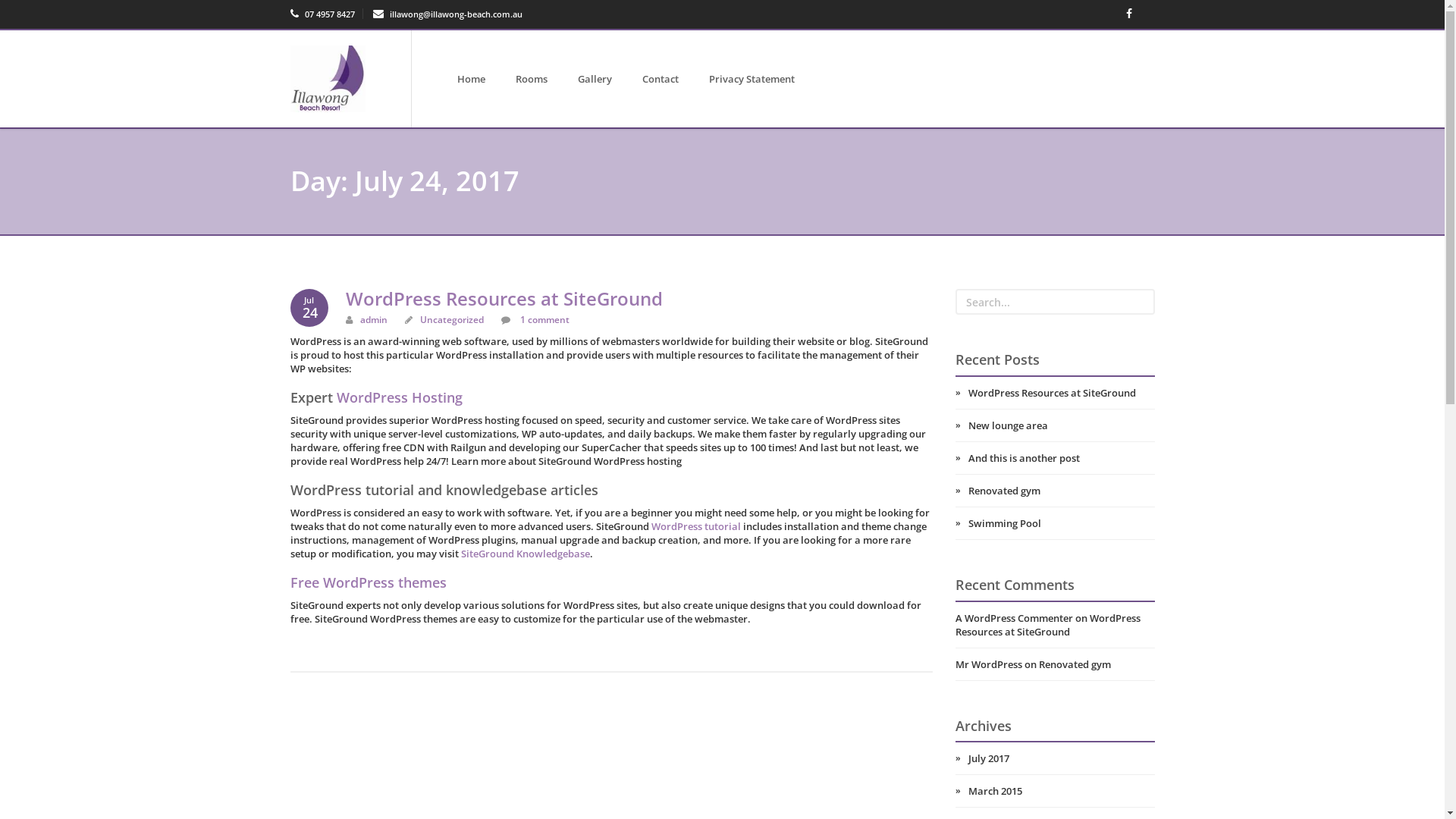  Describe the element at coordinates (450, 318) in the screenshot. I see `'Uncategorized'` at that location.